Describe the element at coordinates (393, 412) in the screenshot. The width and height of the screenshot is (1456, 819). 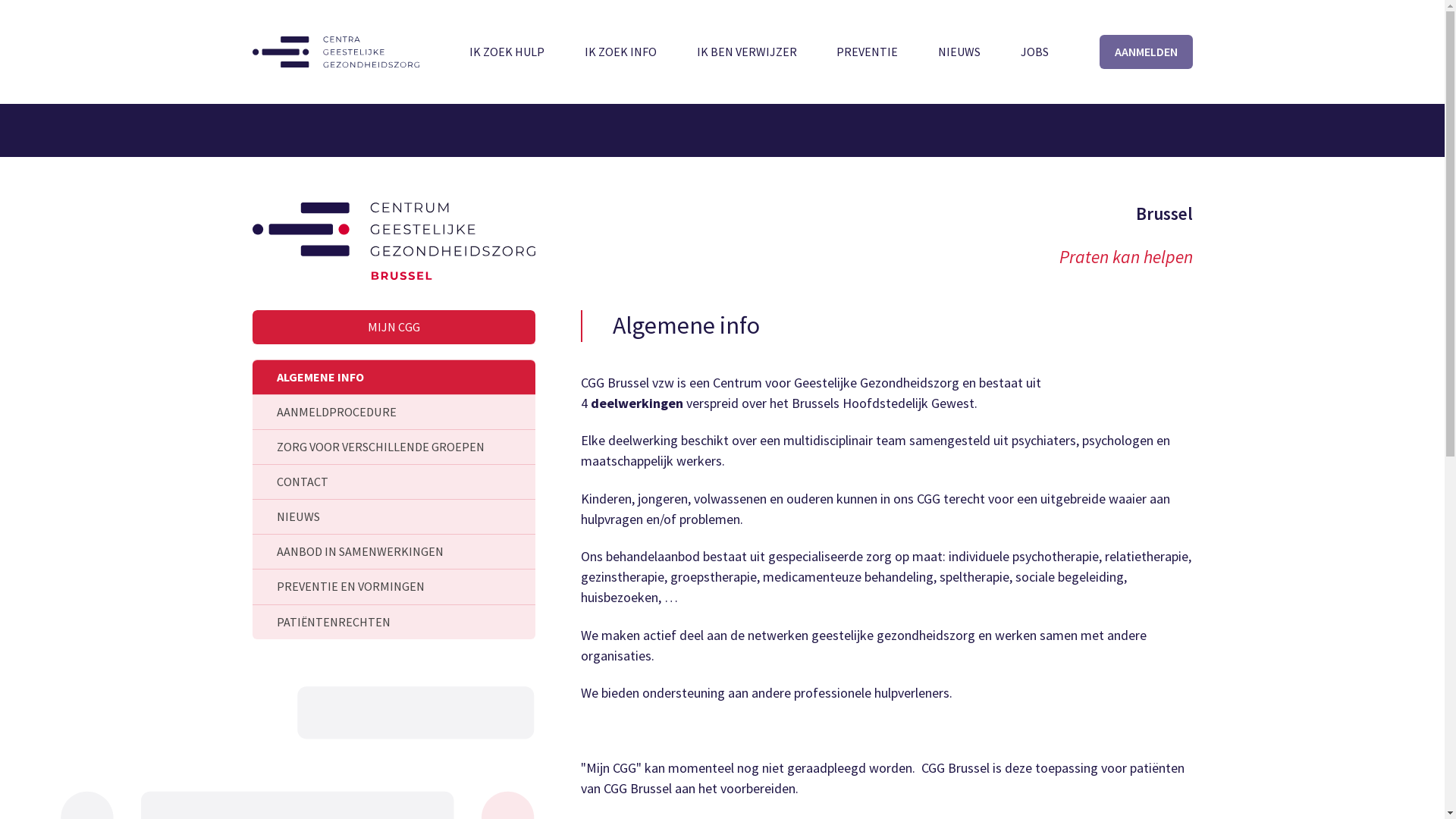
I see `'AANMELDPROCEDURE'` at that location.